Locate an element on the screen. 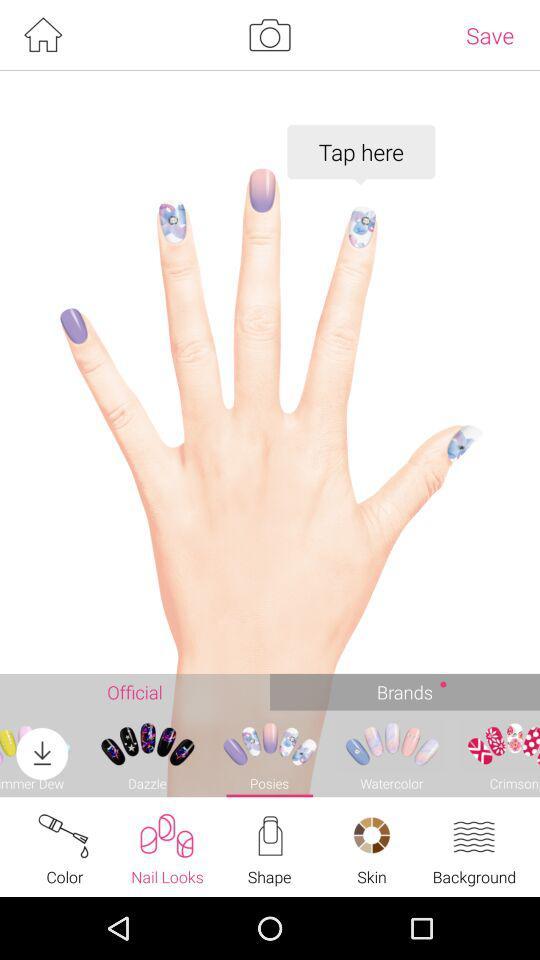  the home icon is located at coordinates (42, 36).